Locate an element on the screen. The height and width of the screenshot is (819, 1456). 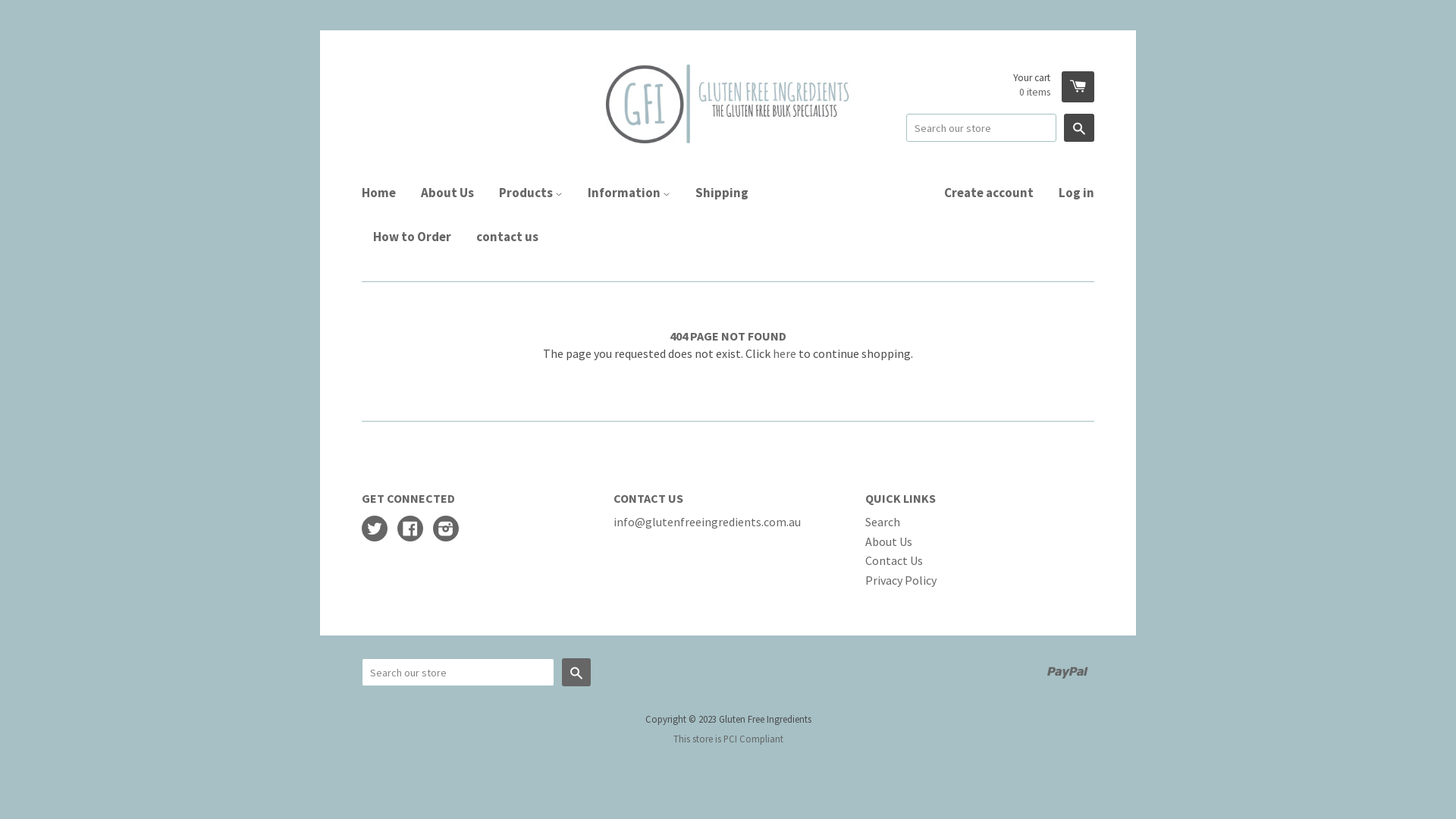
'Log in' is located at coordinates (1069, 192).